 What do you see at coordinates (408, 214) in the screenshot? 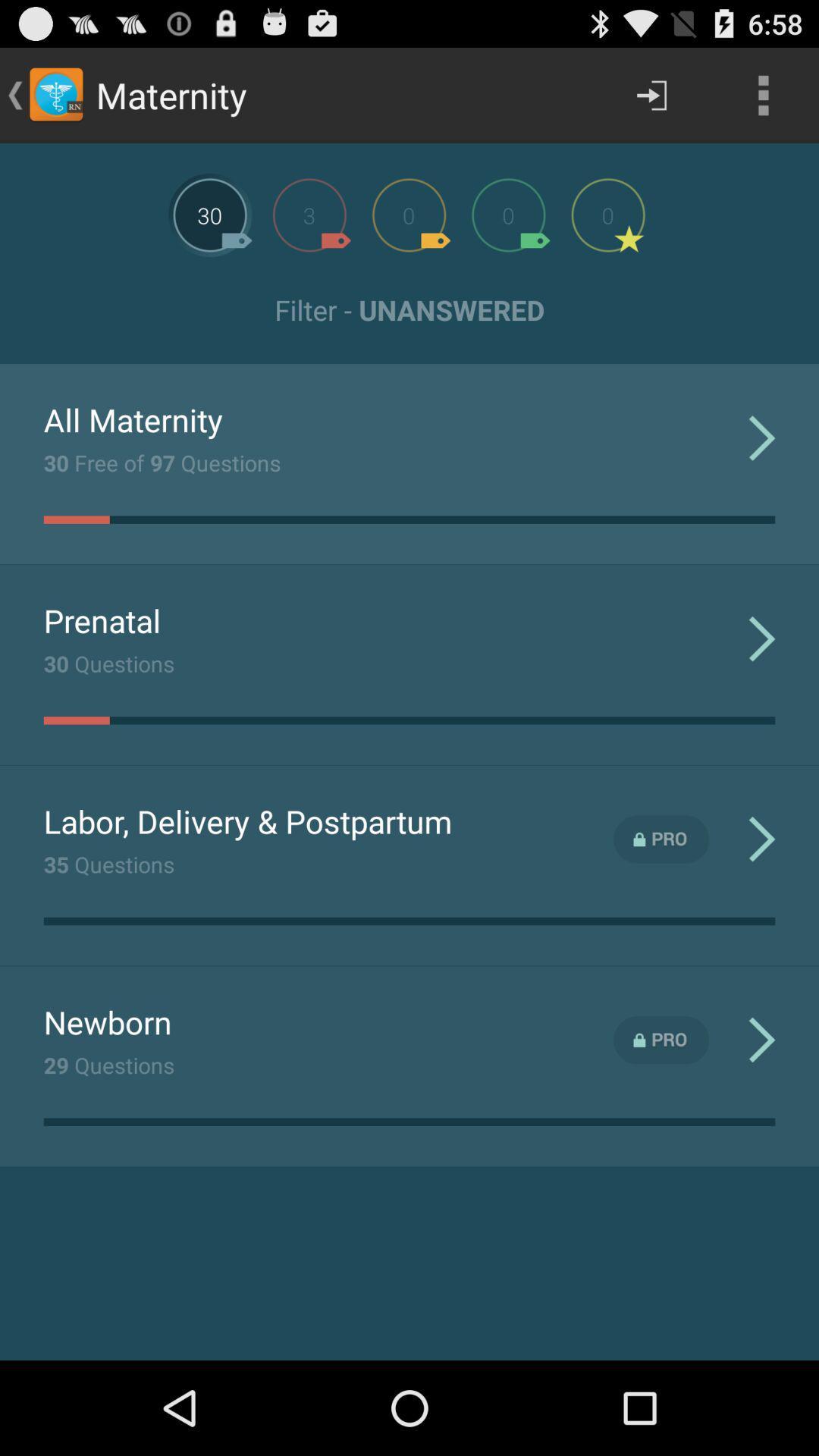
I see `see items with orange tag` at bounding box center [408, 214].